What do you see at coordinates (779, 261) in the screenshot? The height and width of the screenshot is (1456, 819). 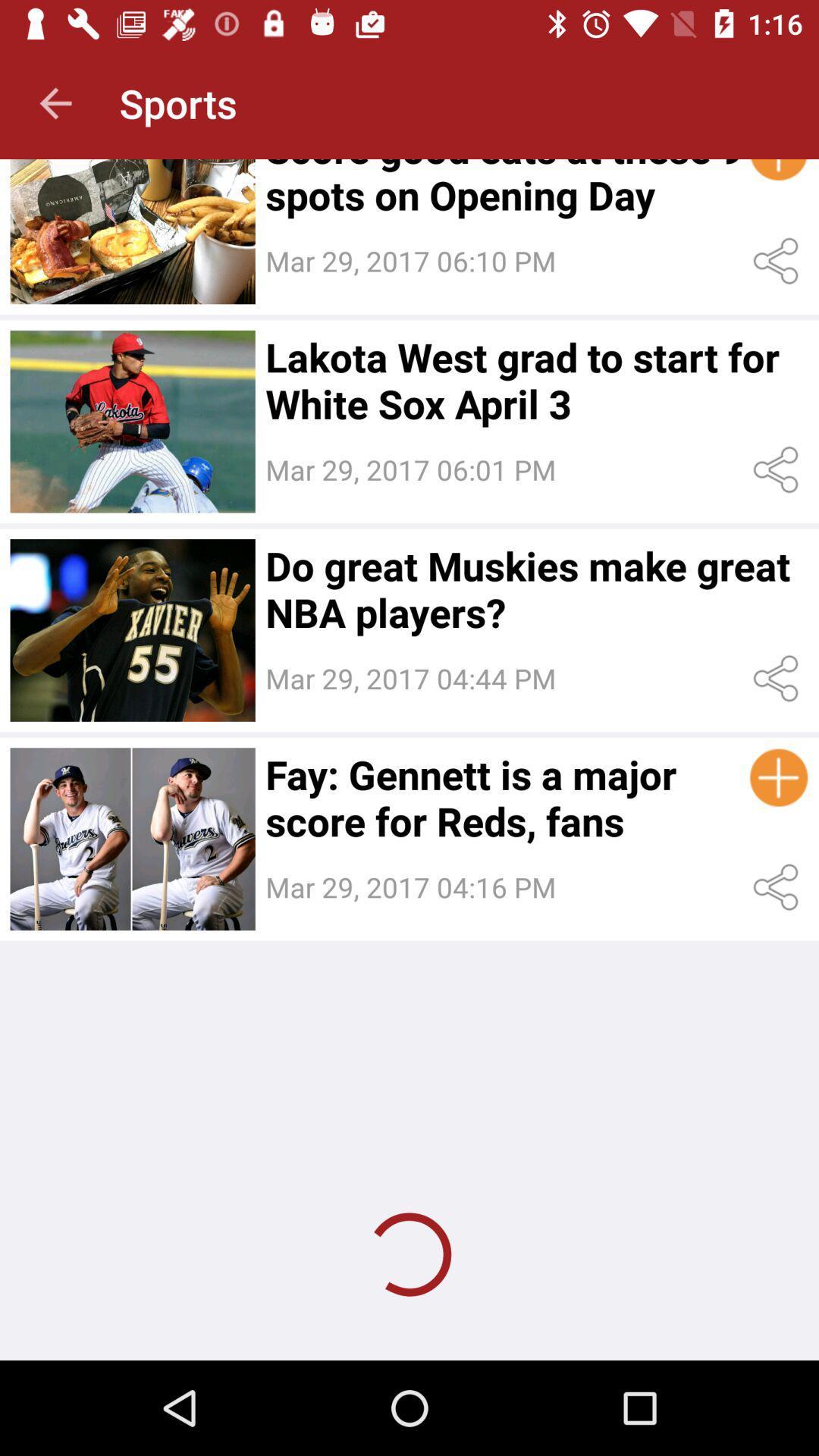 I see `shares the article` at bounding box center [779, 261].